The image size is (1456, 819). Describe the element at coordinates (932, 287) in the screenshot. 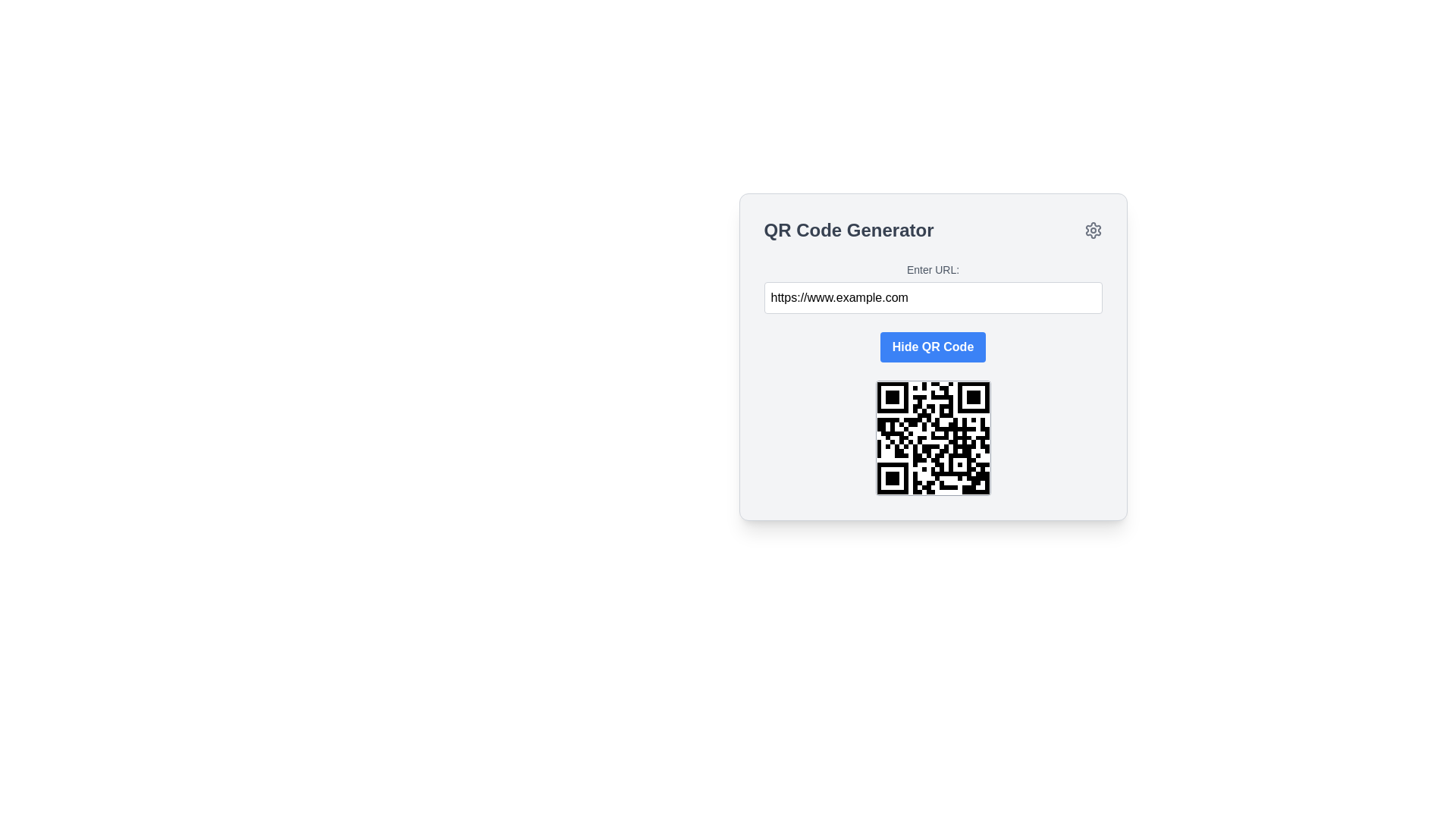

I see `inside the white input field labeled 'Enter URL:' to focus on it` at that location.